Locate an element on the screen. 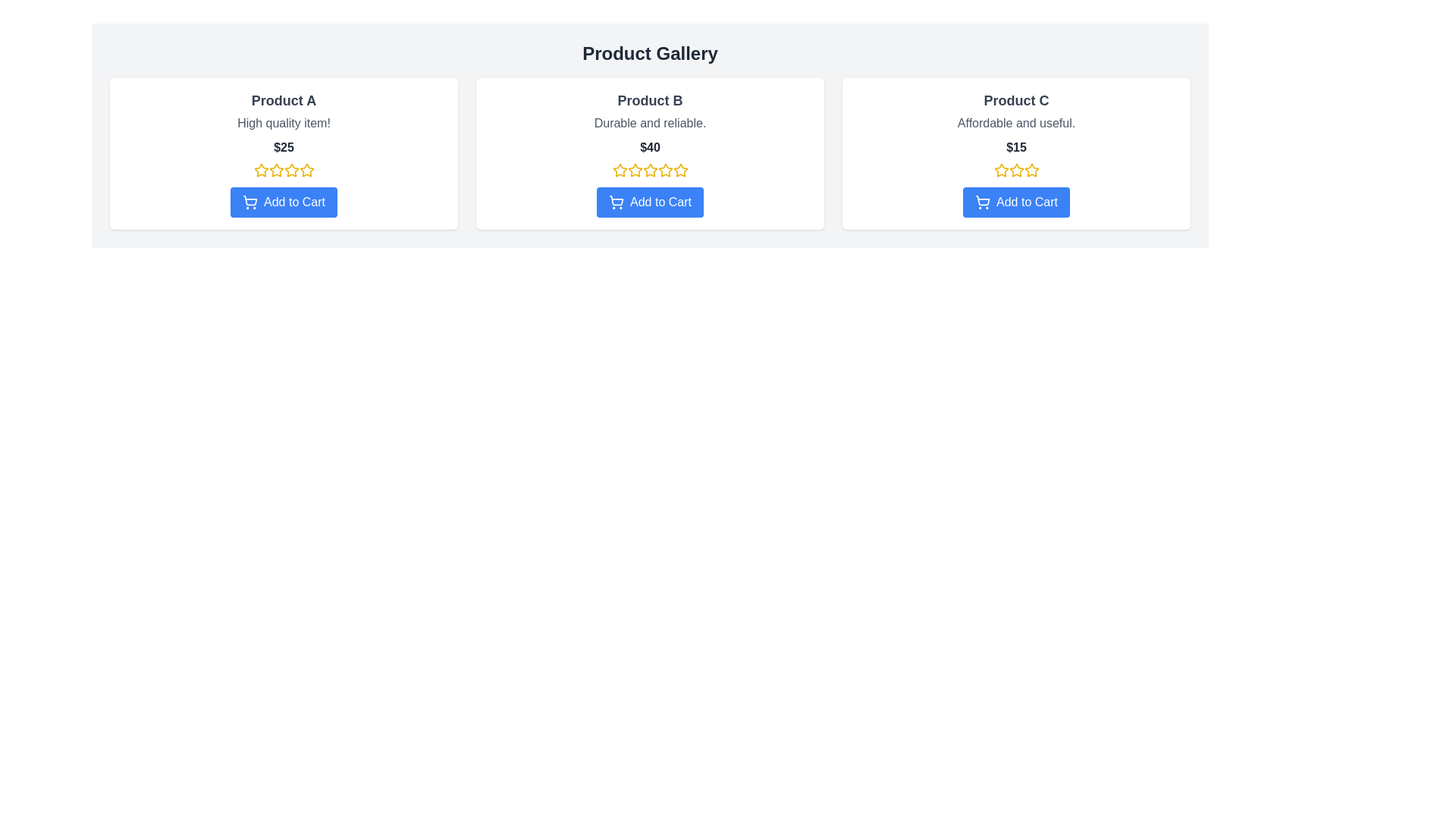  the third star icon in the five-star rating system on 'Product A' card is located at coordinates (291, 170).